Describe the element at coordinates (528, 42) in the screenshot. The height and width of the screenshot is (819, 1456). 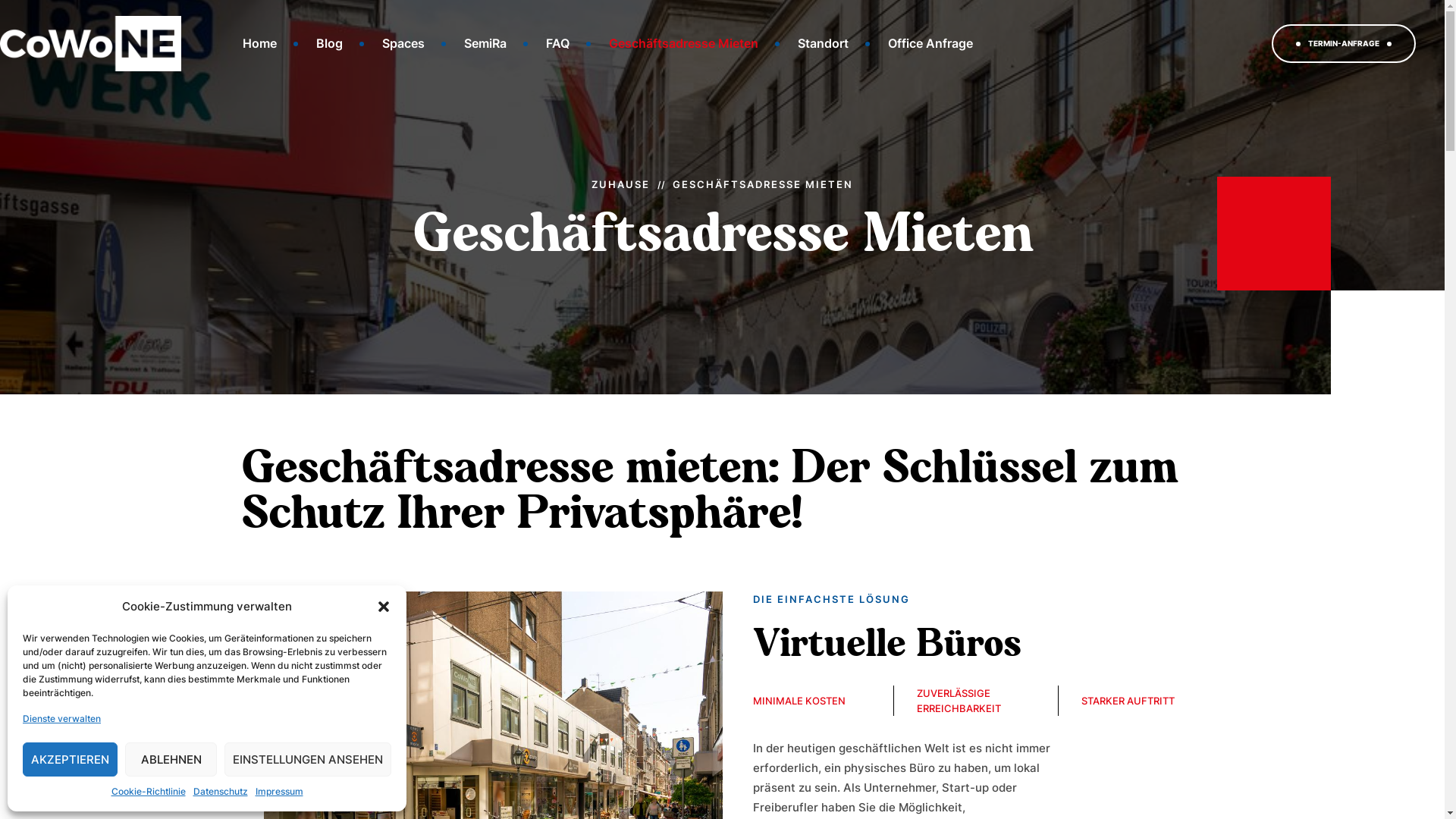
I see `'FAQ'` at that location.